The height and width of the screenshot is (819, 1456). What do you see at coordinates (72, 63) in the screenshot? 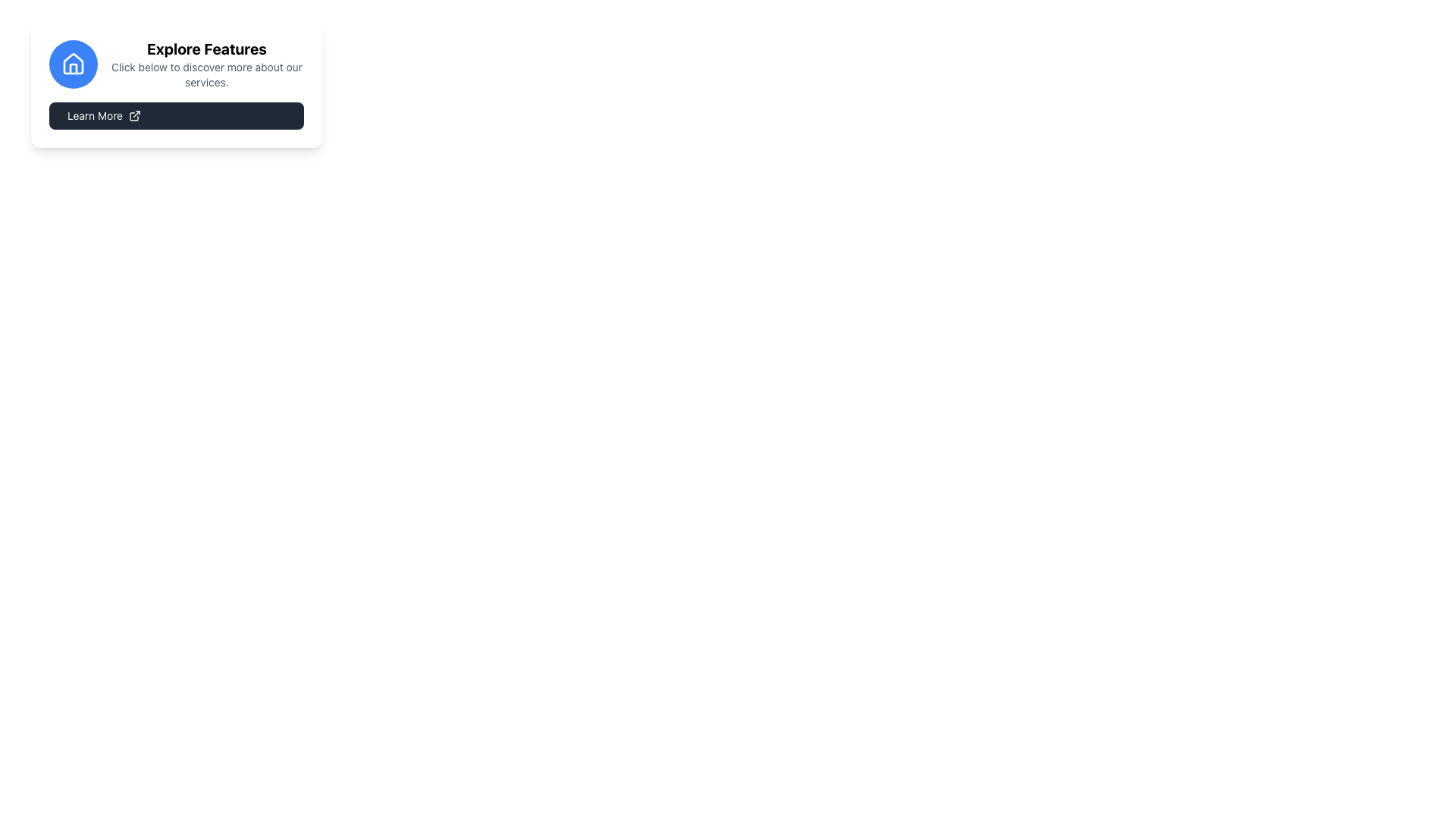
I see `the house icon within the blue circular area located in the top left corner of the card component` at bounding box center [72, 63].